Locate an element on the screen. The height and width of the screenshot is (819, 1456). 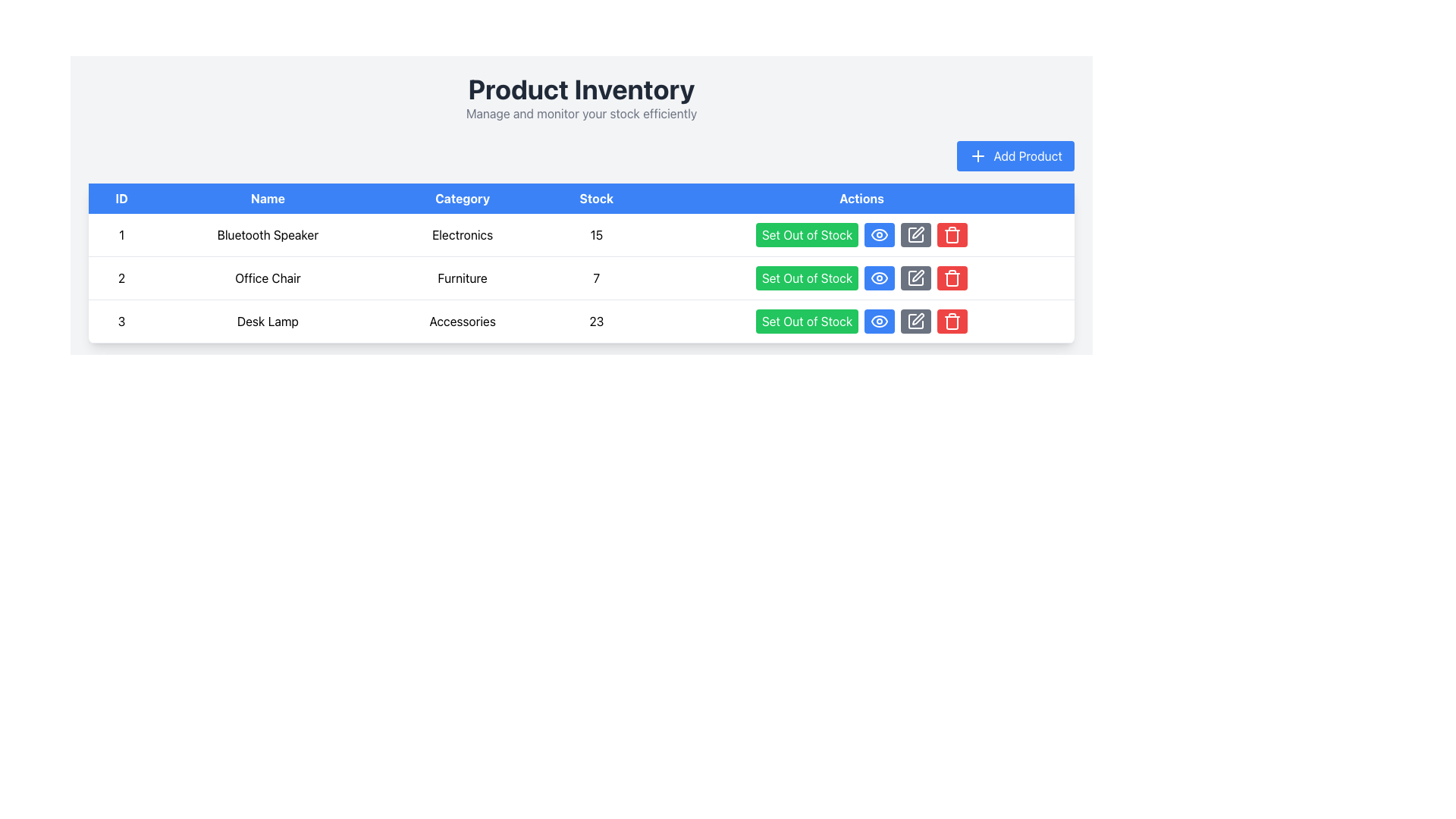
the second action icon in the 'Actions' column for the 'Office Chair' item to initiate an edit action is located at coordinates (915, 234).